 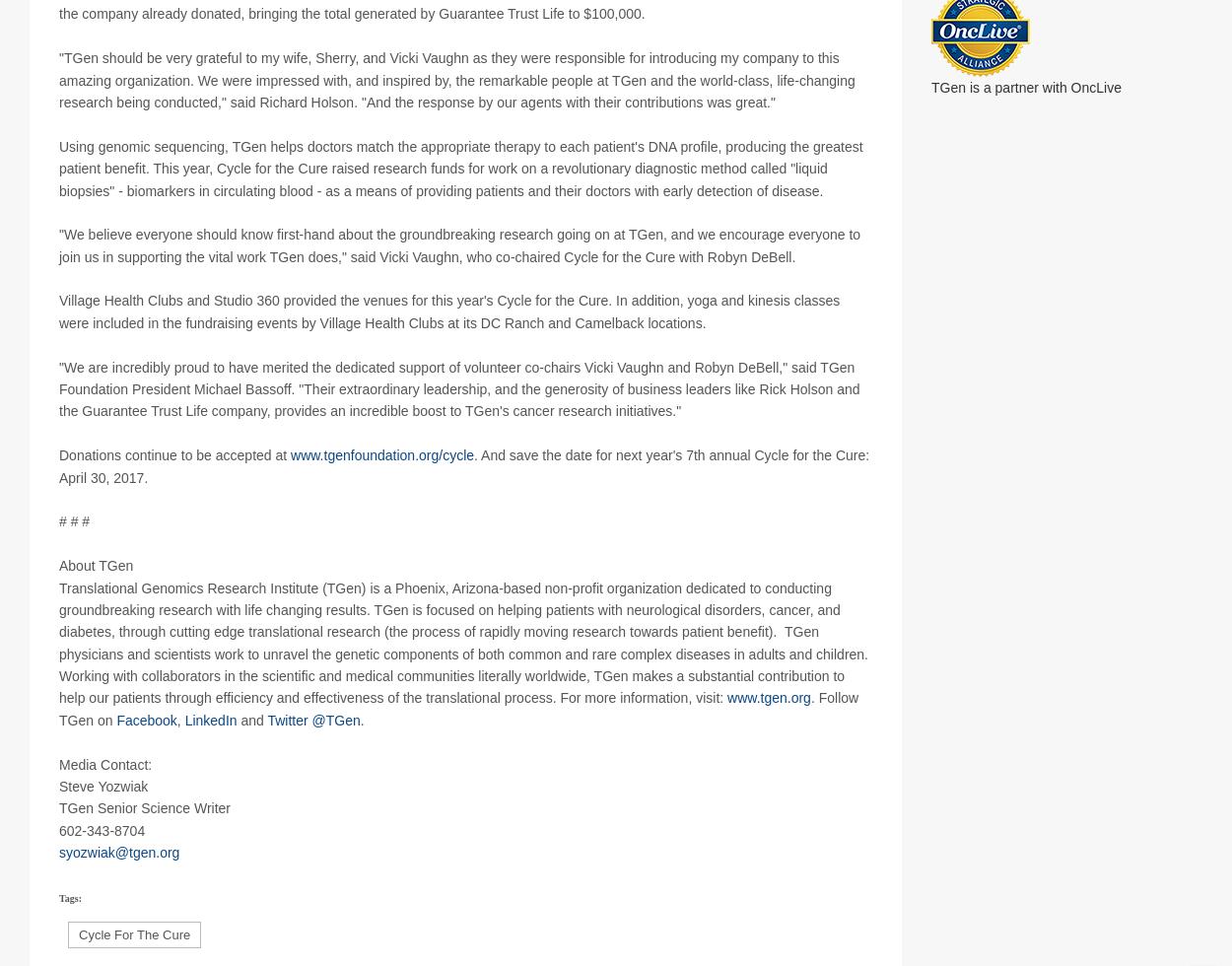 What do you see at coordinates (463, 488) in the screenshot?
I see `'. And save the date for next year's 7th annual Cycle for the Cure: April 30, 2017.'` at bounding box center [463, 488].